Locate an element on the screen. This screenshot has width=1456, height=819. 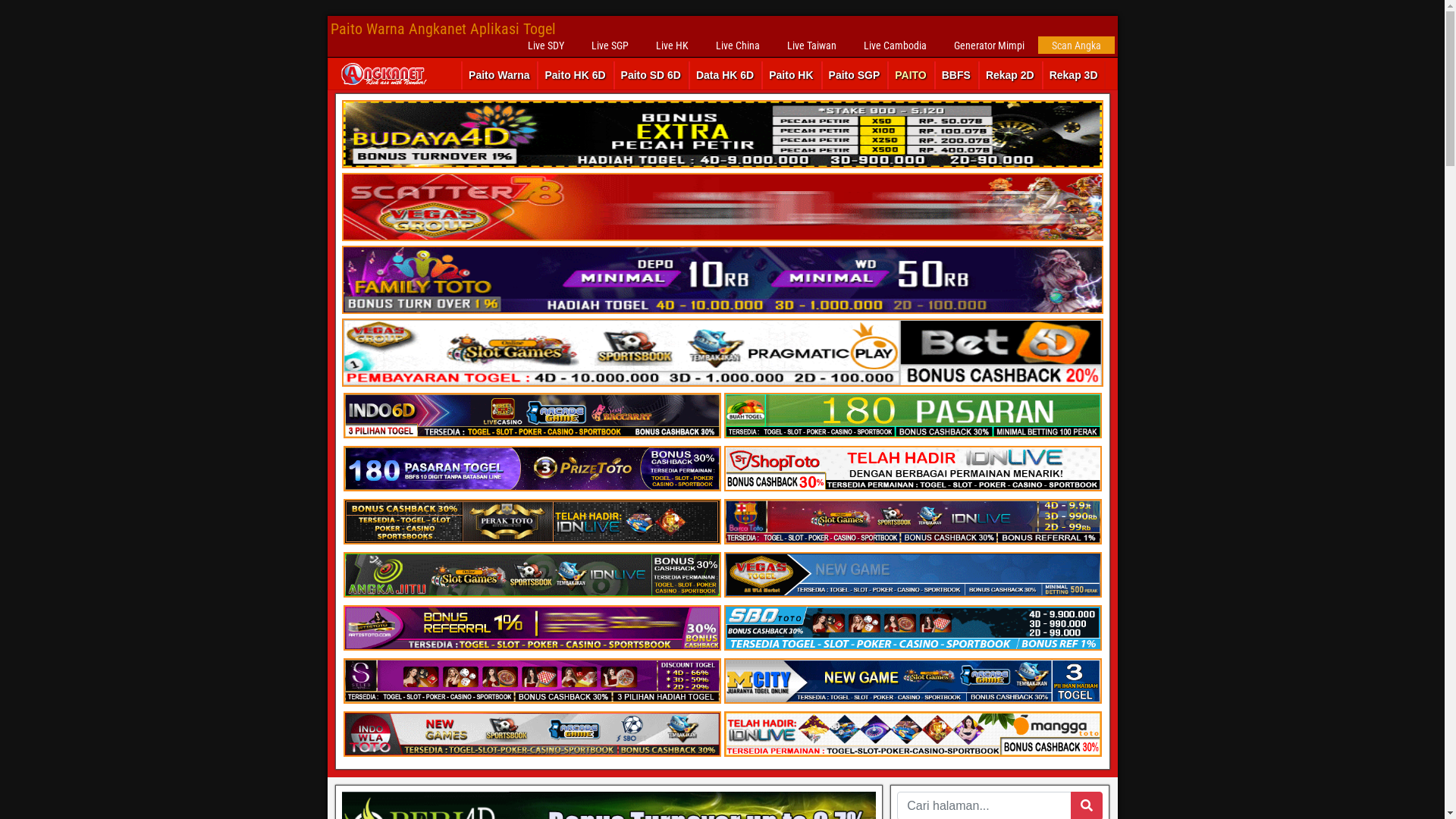
'Bandar Judi Online Terpercaya ANGKAJITUTOTO' is located at coordinates (531, 575).